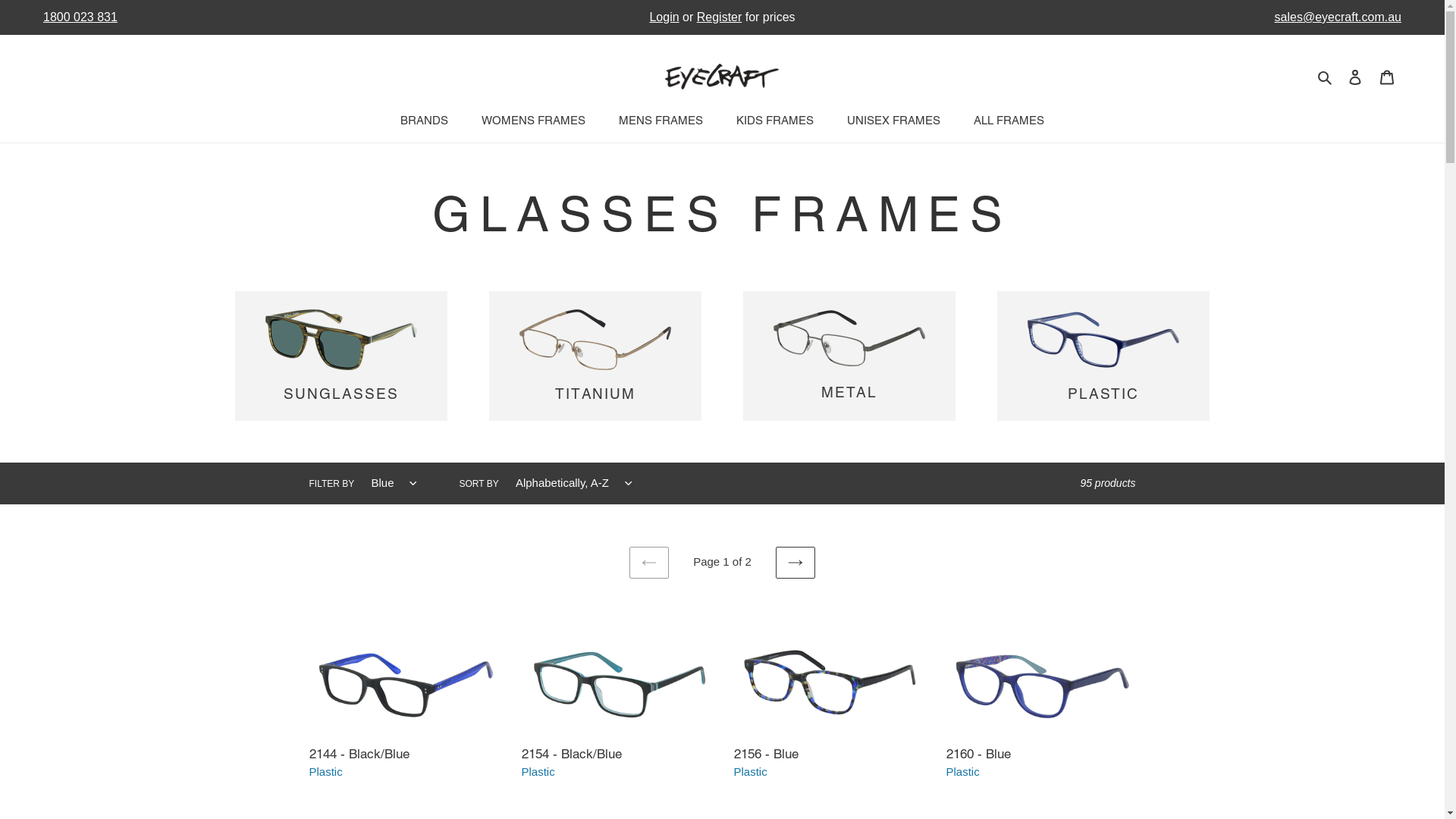 Image resolution: width=1456 pixels, height=819 pixels. What do you see at coordinates (234, 356) in the screenshot?
I see `'SUNGLASSES'` at bounding box center [234, 356].